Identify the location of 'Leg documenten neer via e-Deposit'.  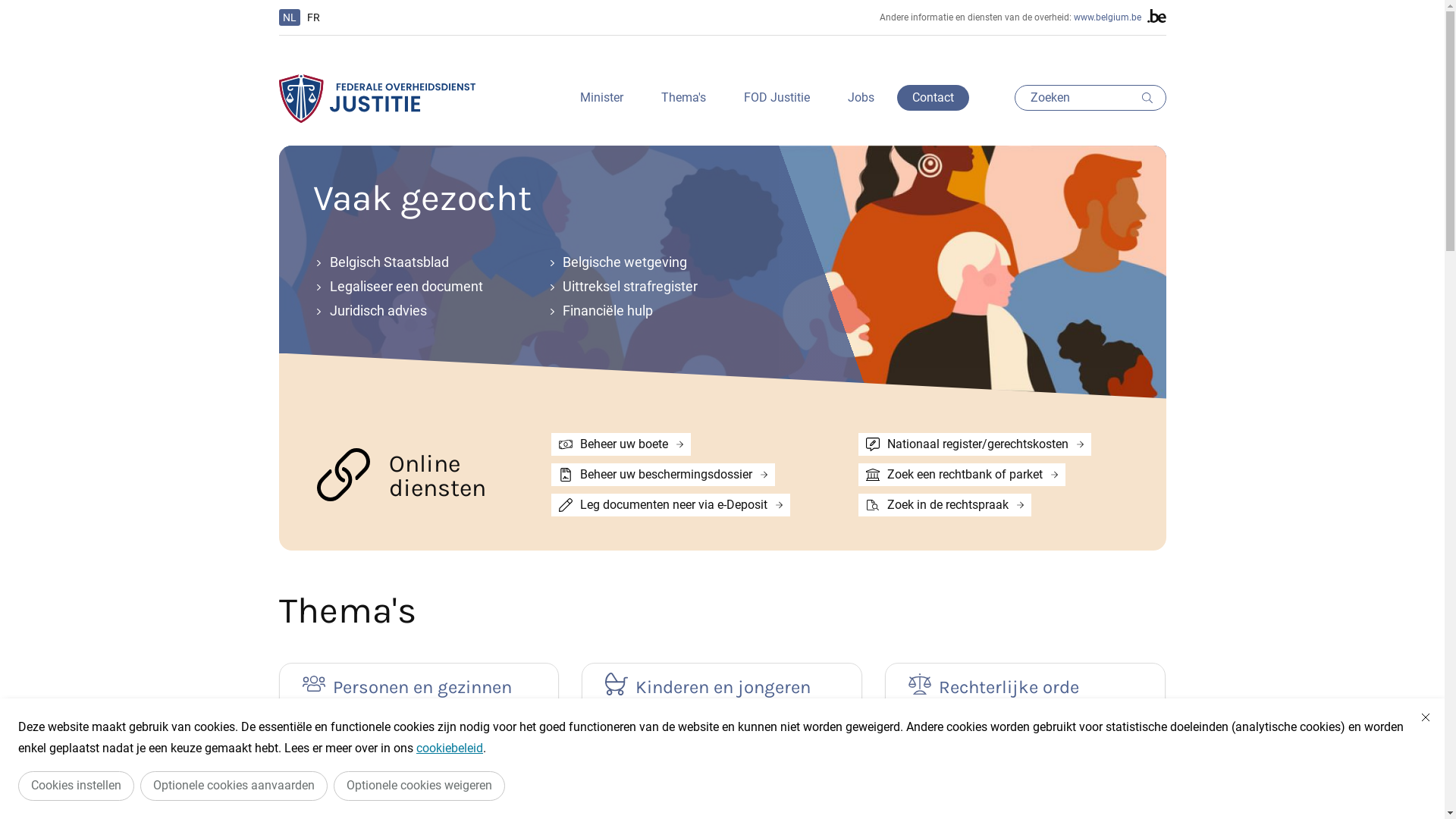
(670, 505).